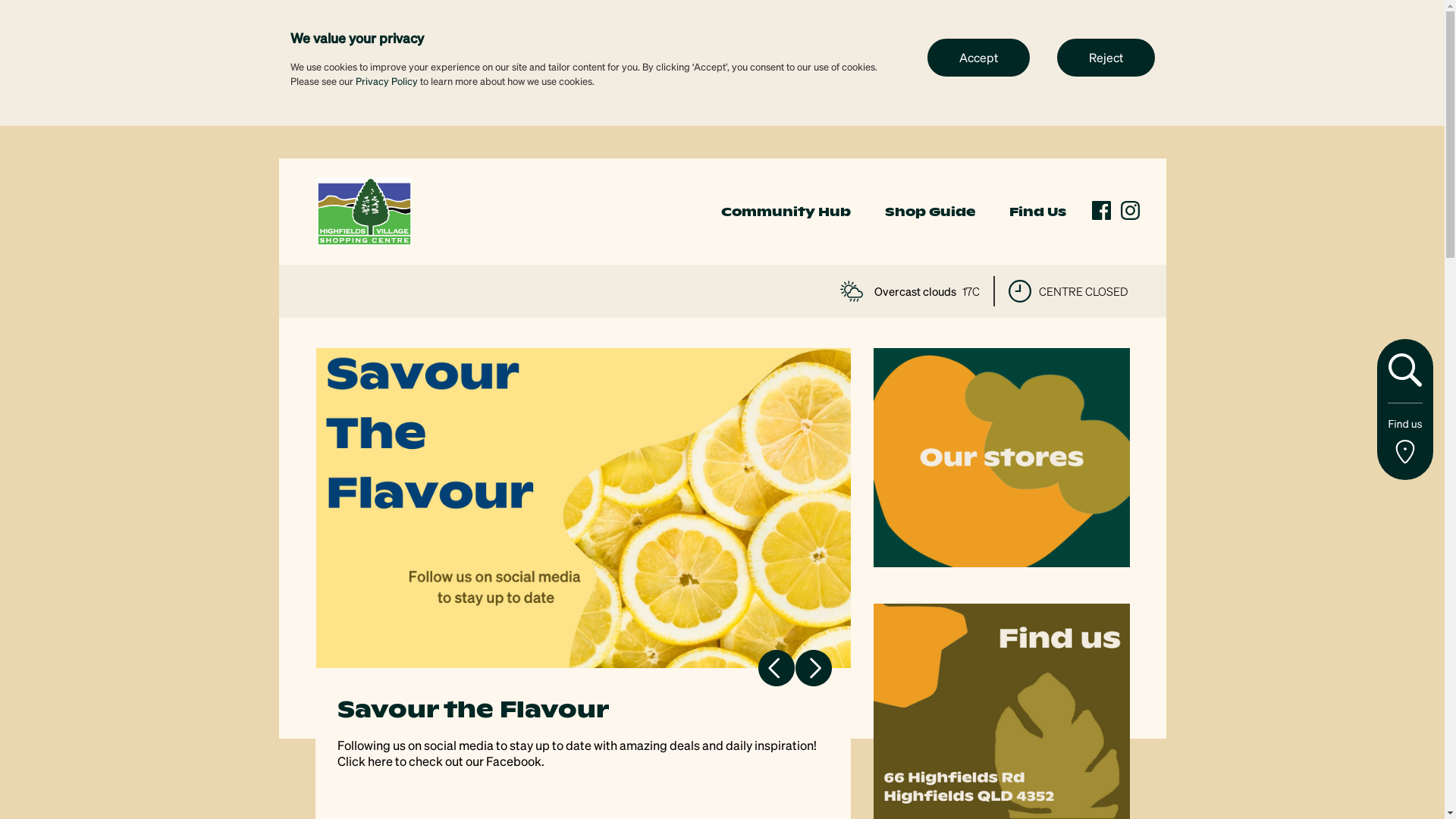 Image resolution: width=1456 pixels, height=819 pixels. I want to click on 'Find Us', so click(1036, 212).